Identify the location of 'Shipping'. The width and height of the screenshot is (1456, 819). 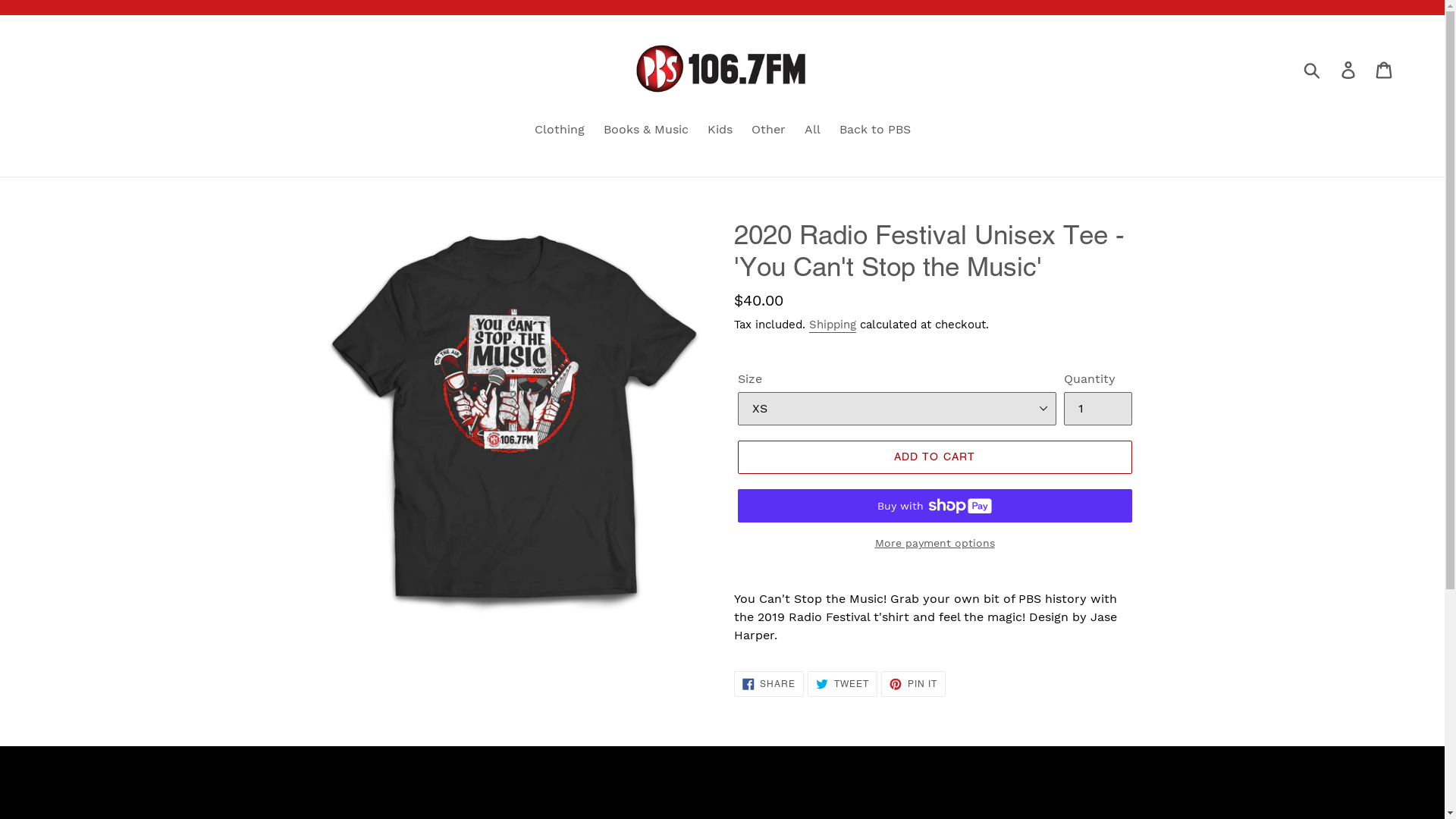
(831, 324).